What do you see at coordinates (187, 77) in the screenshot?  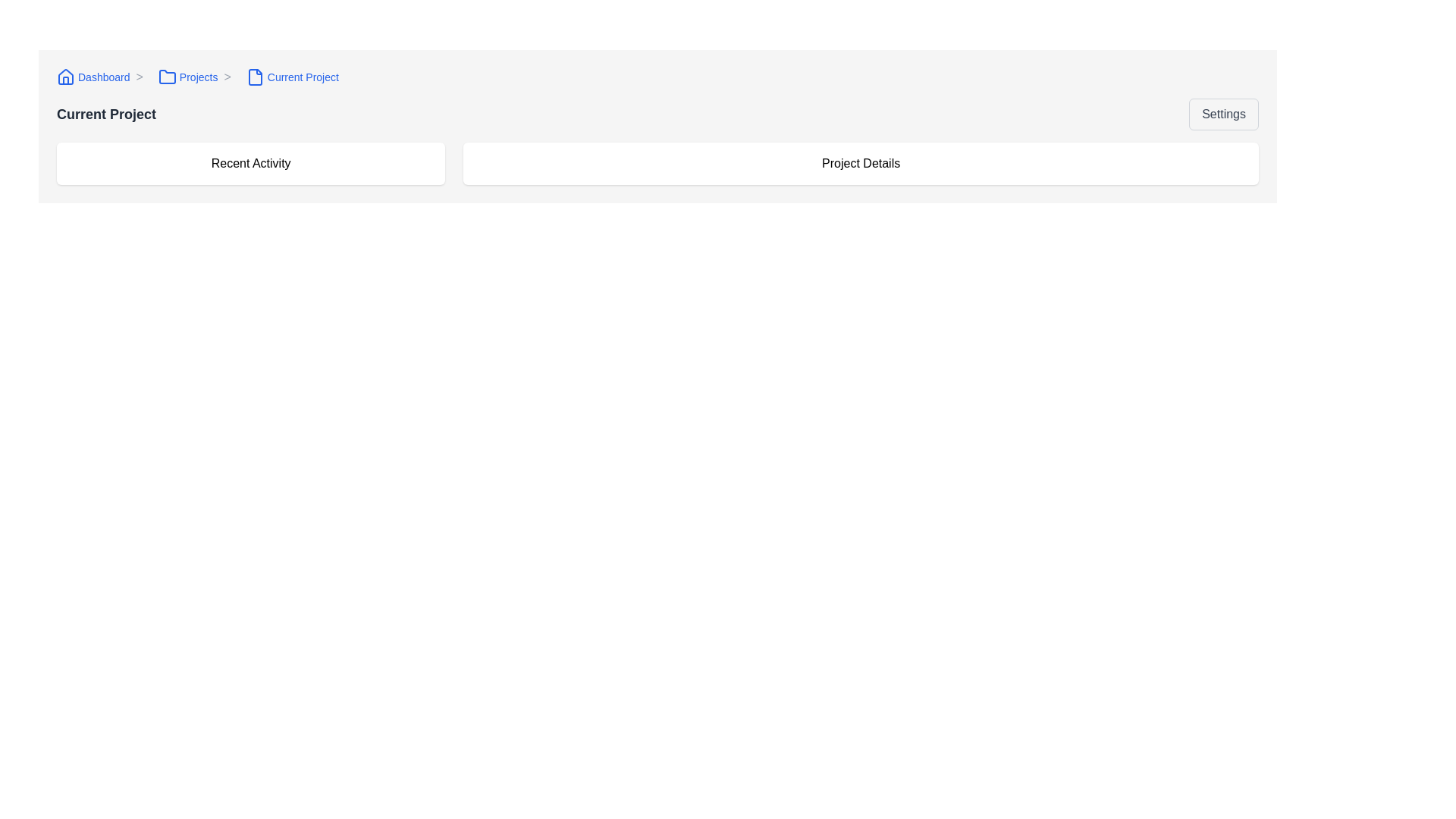 I see `the 'Projects' hyperlink in the breadcrumb navigation` at bounding box center [187, 77].